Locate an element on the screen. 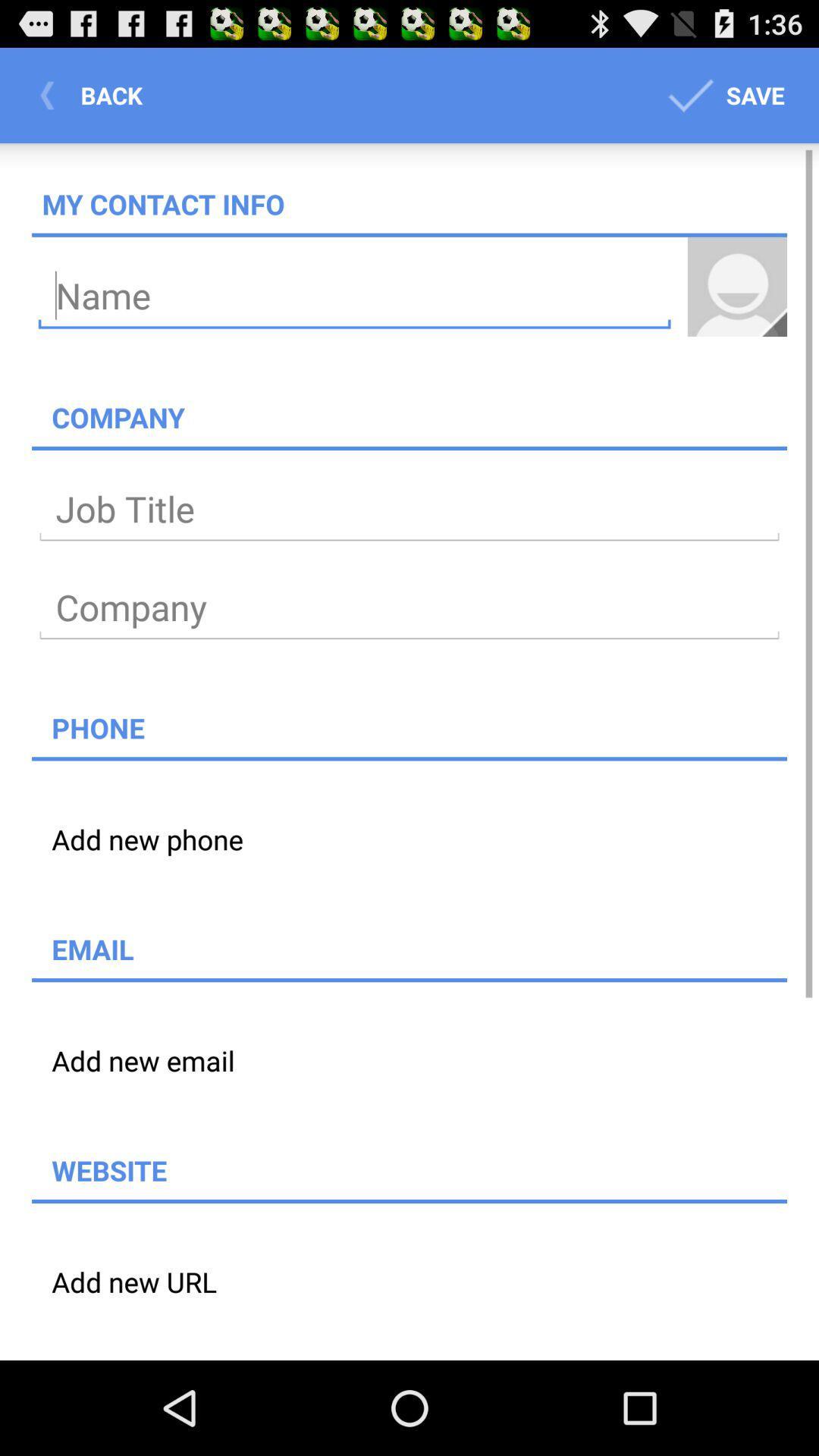  icon to the right of the back is located at coordinates (722, 94).